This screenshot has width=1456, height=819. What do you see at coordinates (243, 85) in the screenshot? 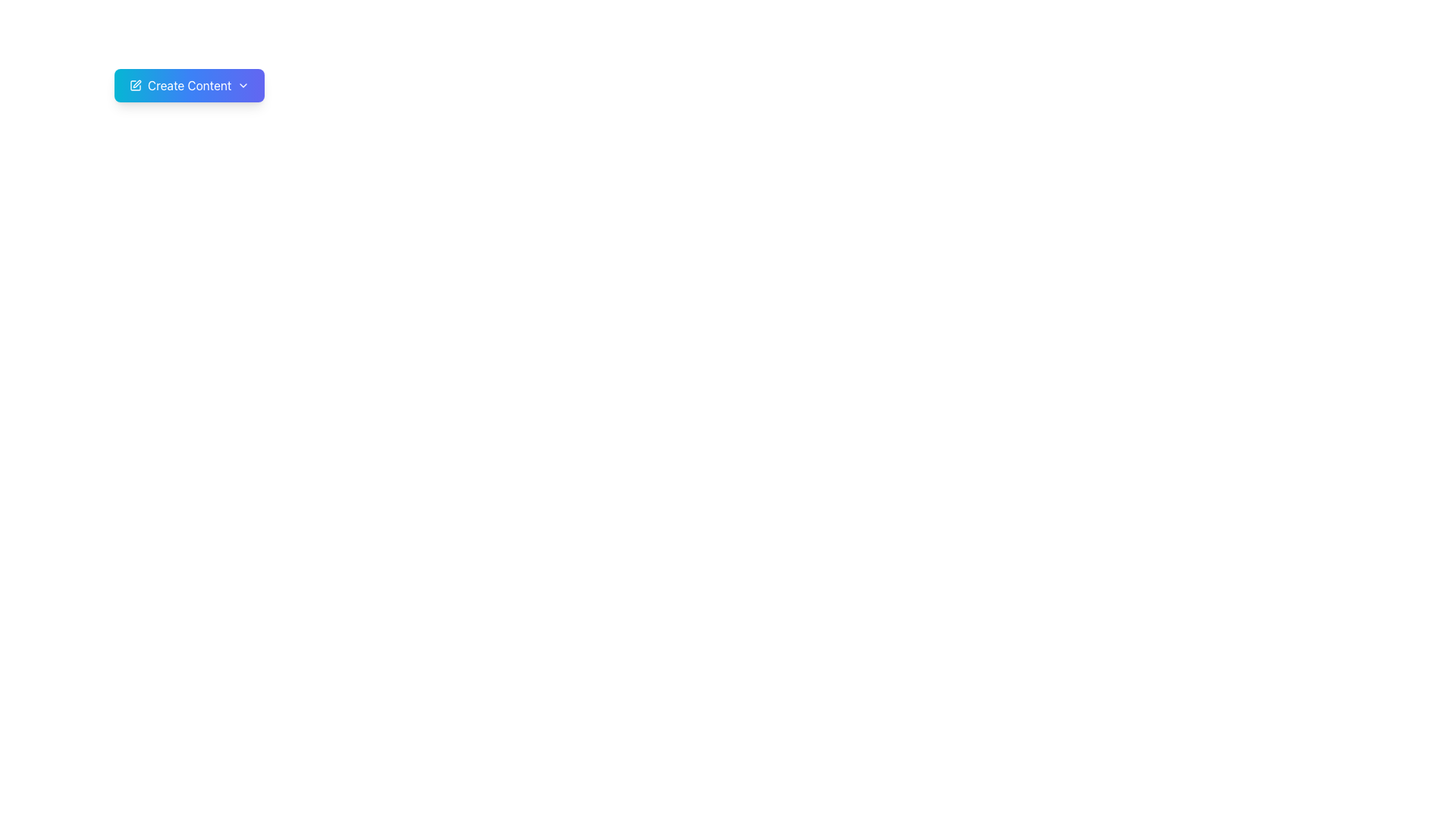
I see `the downward-pointing chevron icon located inside the 'Create Content' button` at bounding box center [243, 85].